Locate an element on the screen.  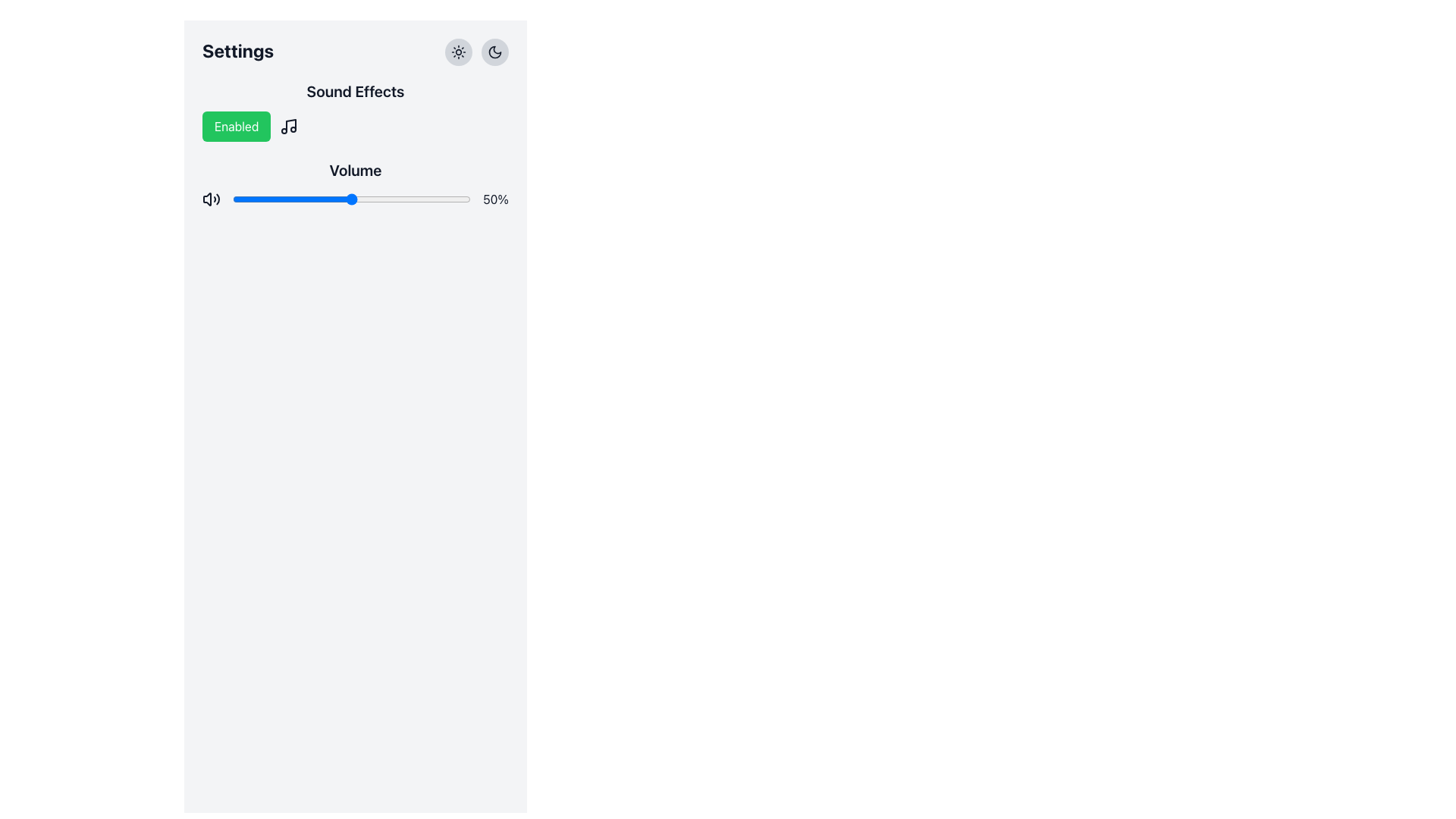
the slider is located at coordinates (278, 198).